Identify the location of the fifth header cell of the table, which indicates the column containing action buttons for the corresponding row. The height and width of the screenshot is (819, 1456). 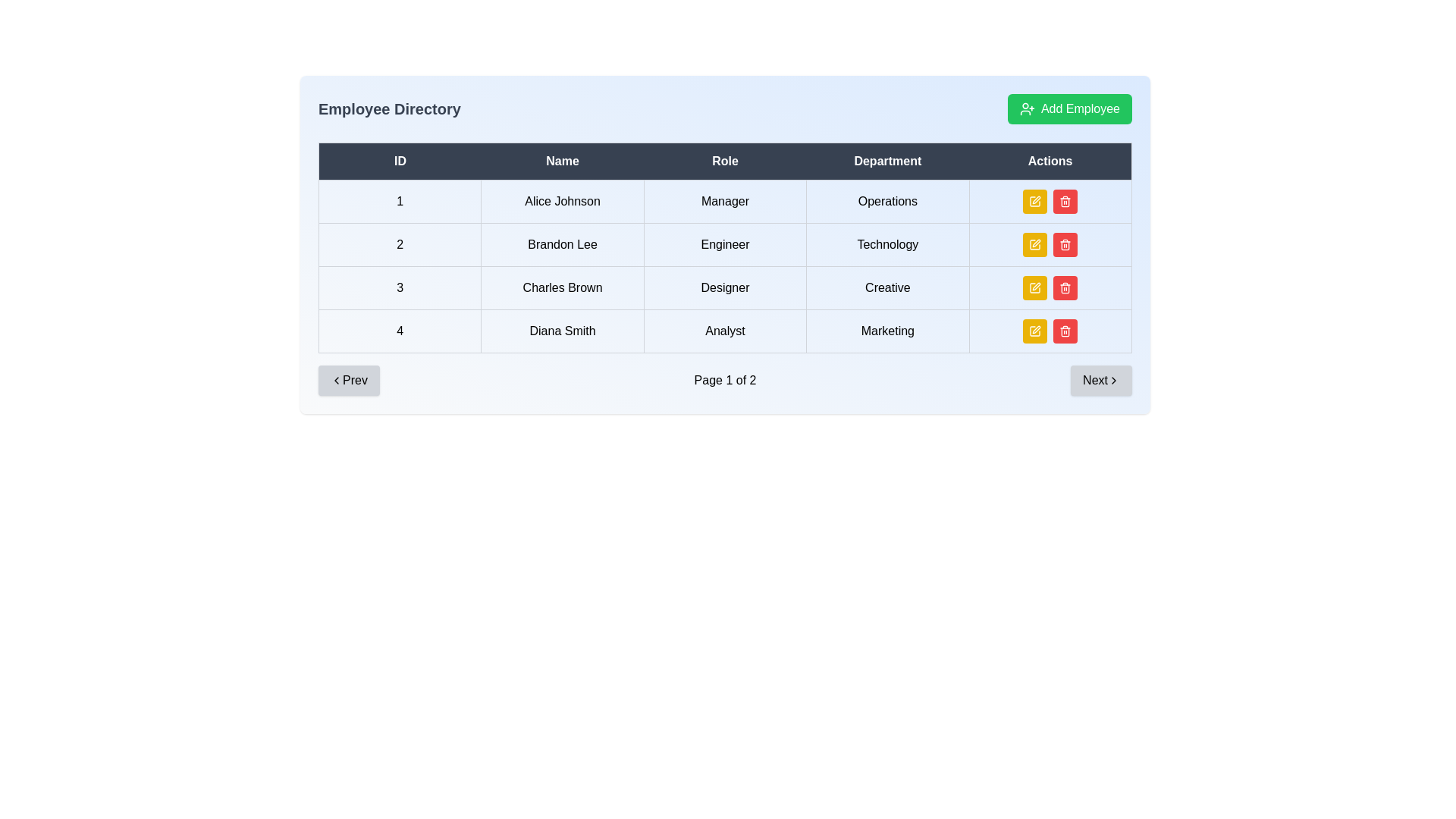
(1050, 161).